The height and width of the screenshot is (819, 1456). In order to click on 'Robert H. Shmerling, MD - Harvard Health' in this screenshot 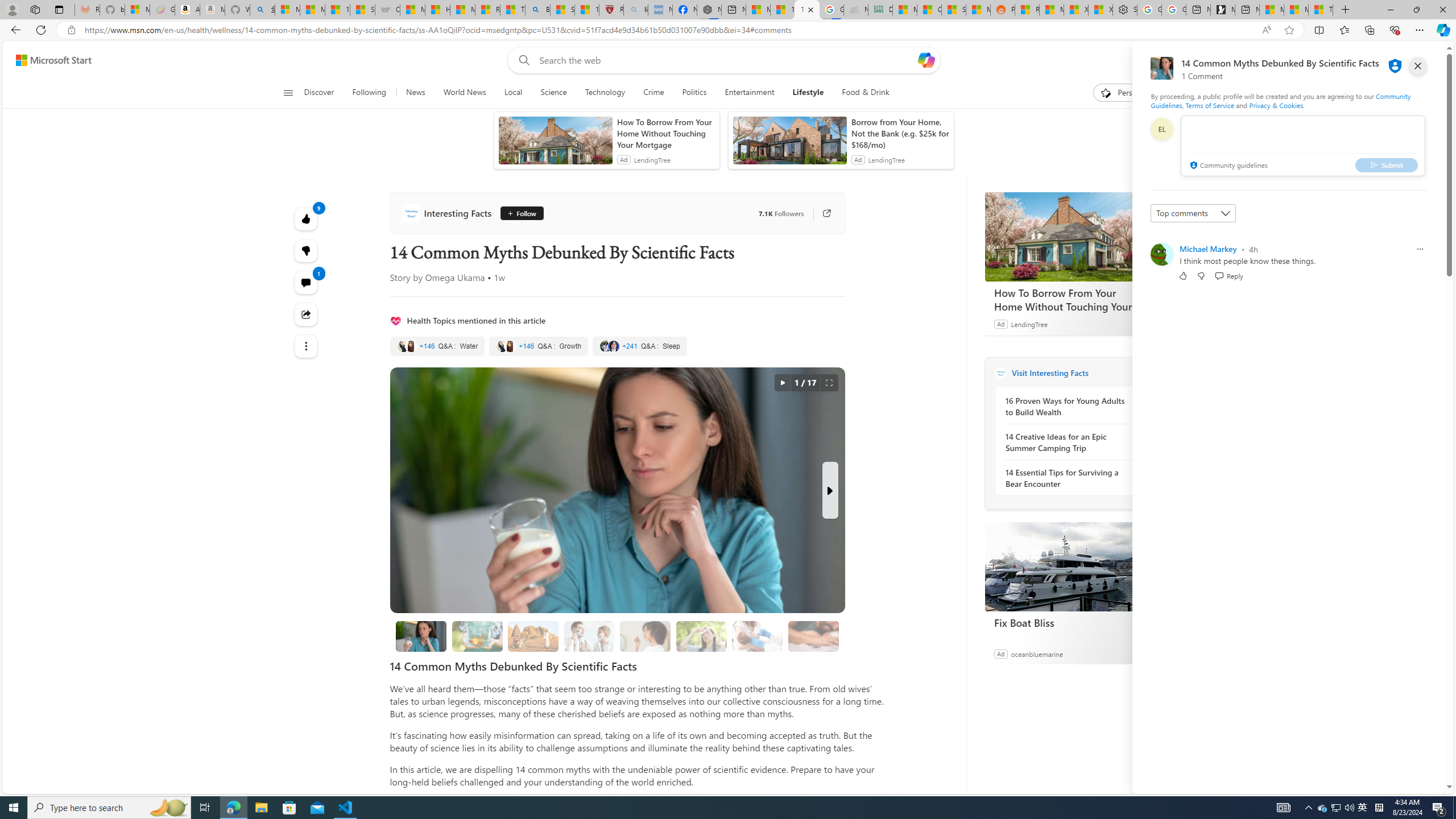, I will do `click(611, 9)`.